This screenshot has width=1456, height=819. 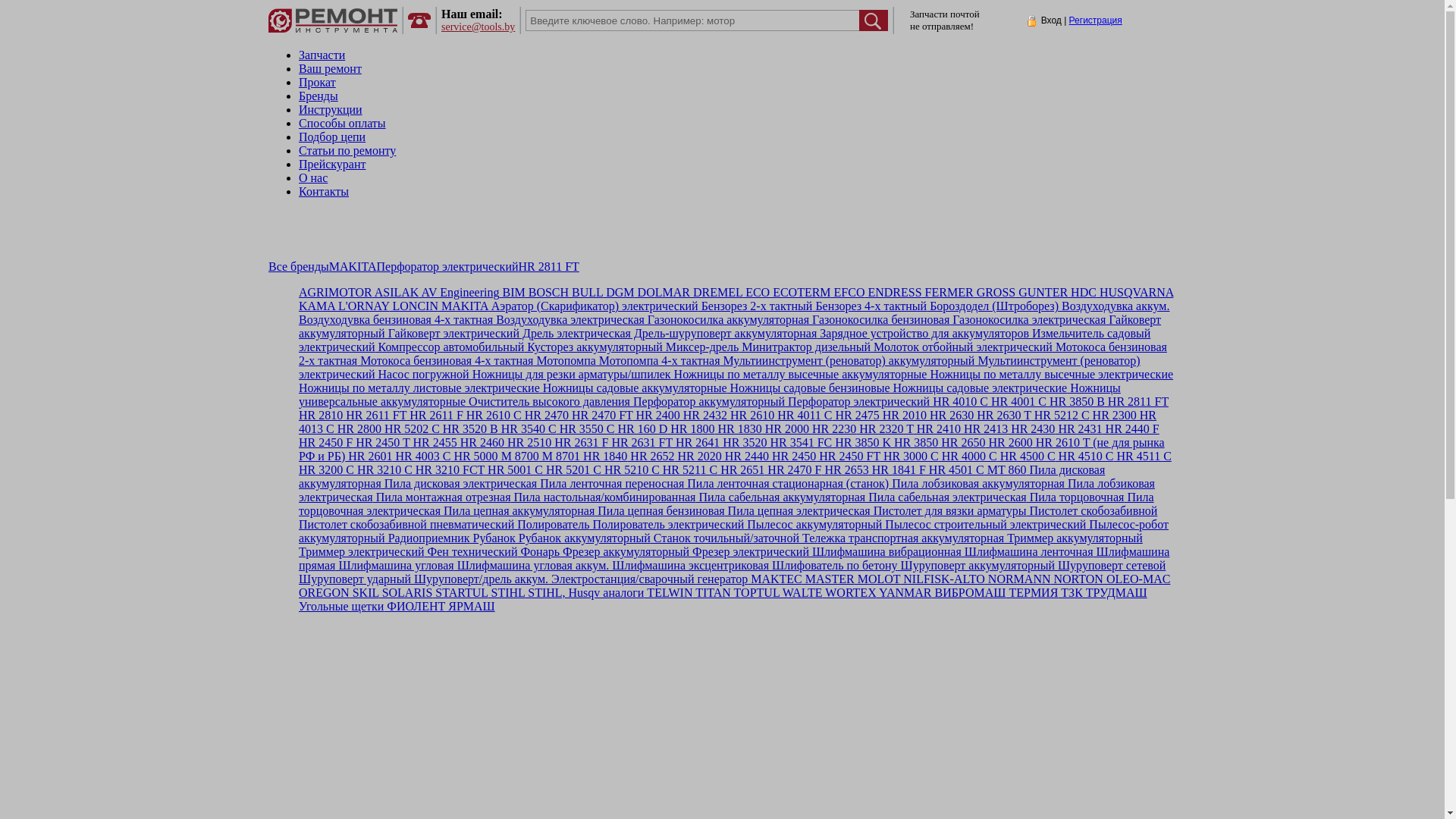 What do you see at coordinates (651, 455) in the screenshot?
I see `'HR 2652'` at bounding box center [651, 455].